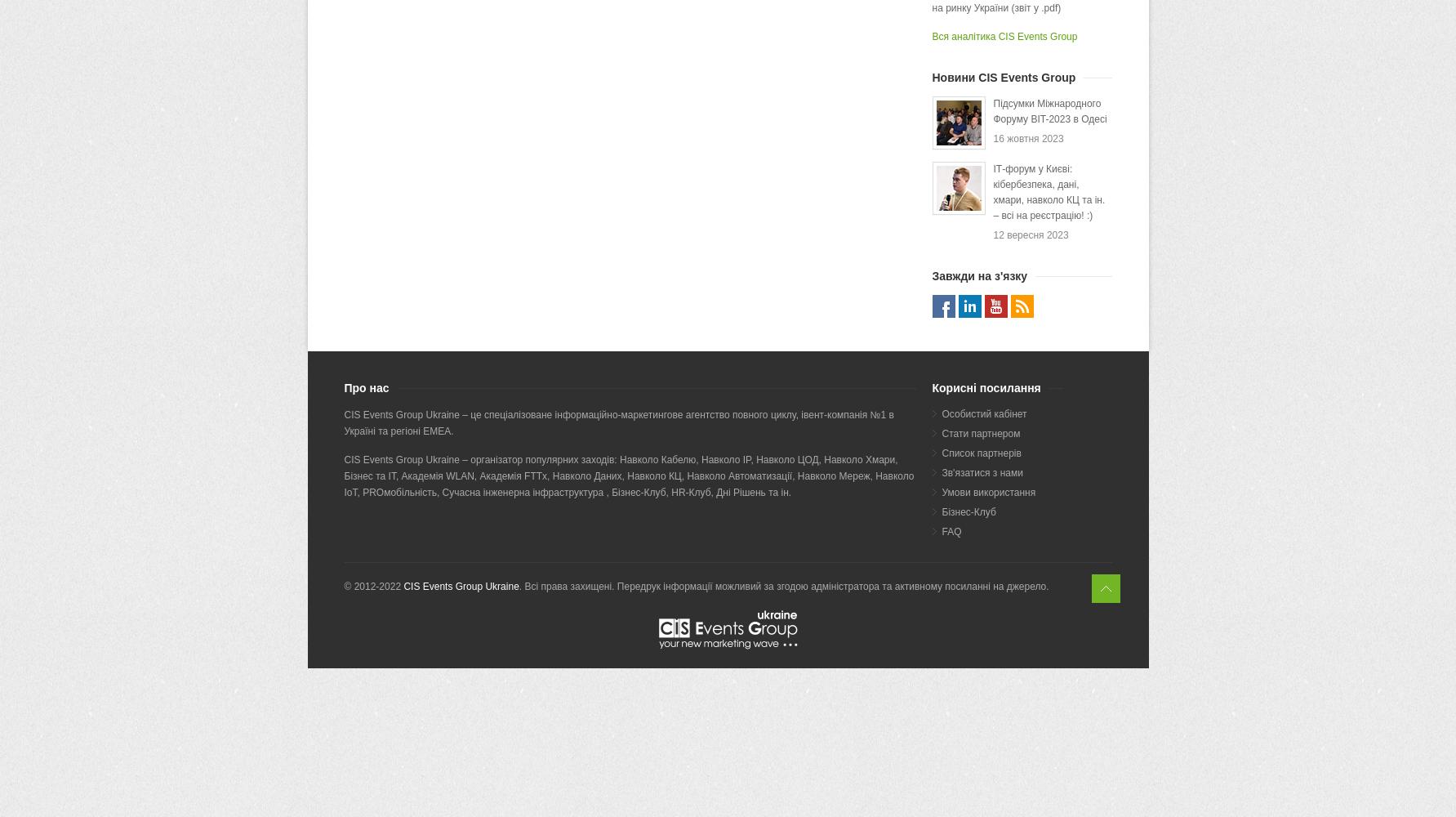 The width and height of the screenshot is (1456, 817). What do you see at coordinates (993, 139) in the screenshot?
I see `'16 жовтня 2023'` at bounding box center [993, 139].